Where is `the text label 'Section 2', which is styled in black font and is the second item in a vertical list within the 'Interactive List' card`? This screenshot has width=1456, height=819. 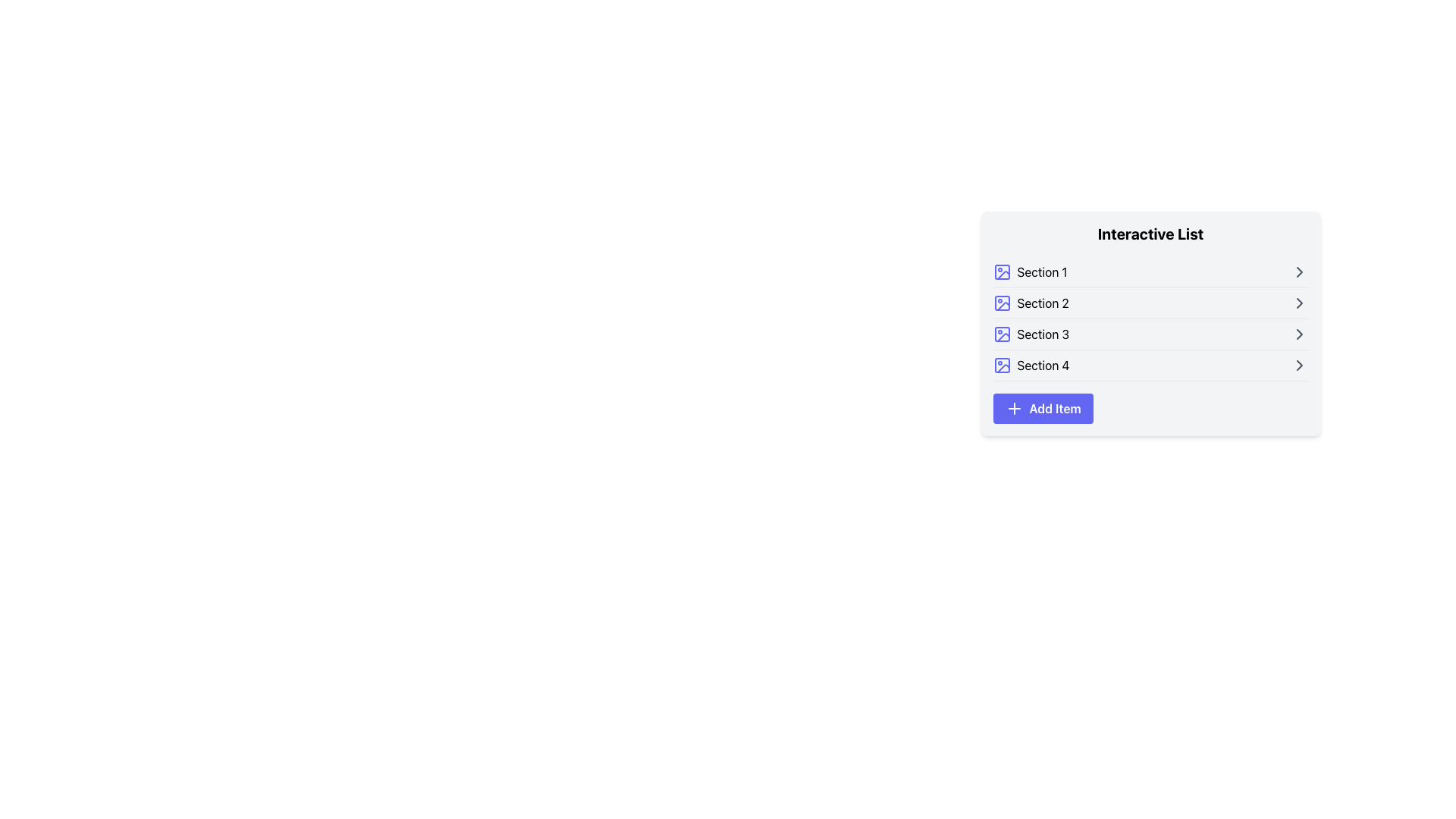
the text label 'Section 2', which is styled in black font and is the second item in a vertical list within the 'Interactive List' card is located at coordinates (1042, 303).